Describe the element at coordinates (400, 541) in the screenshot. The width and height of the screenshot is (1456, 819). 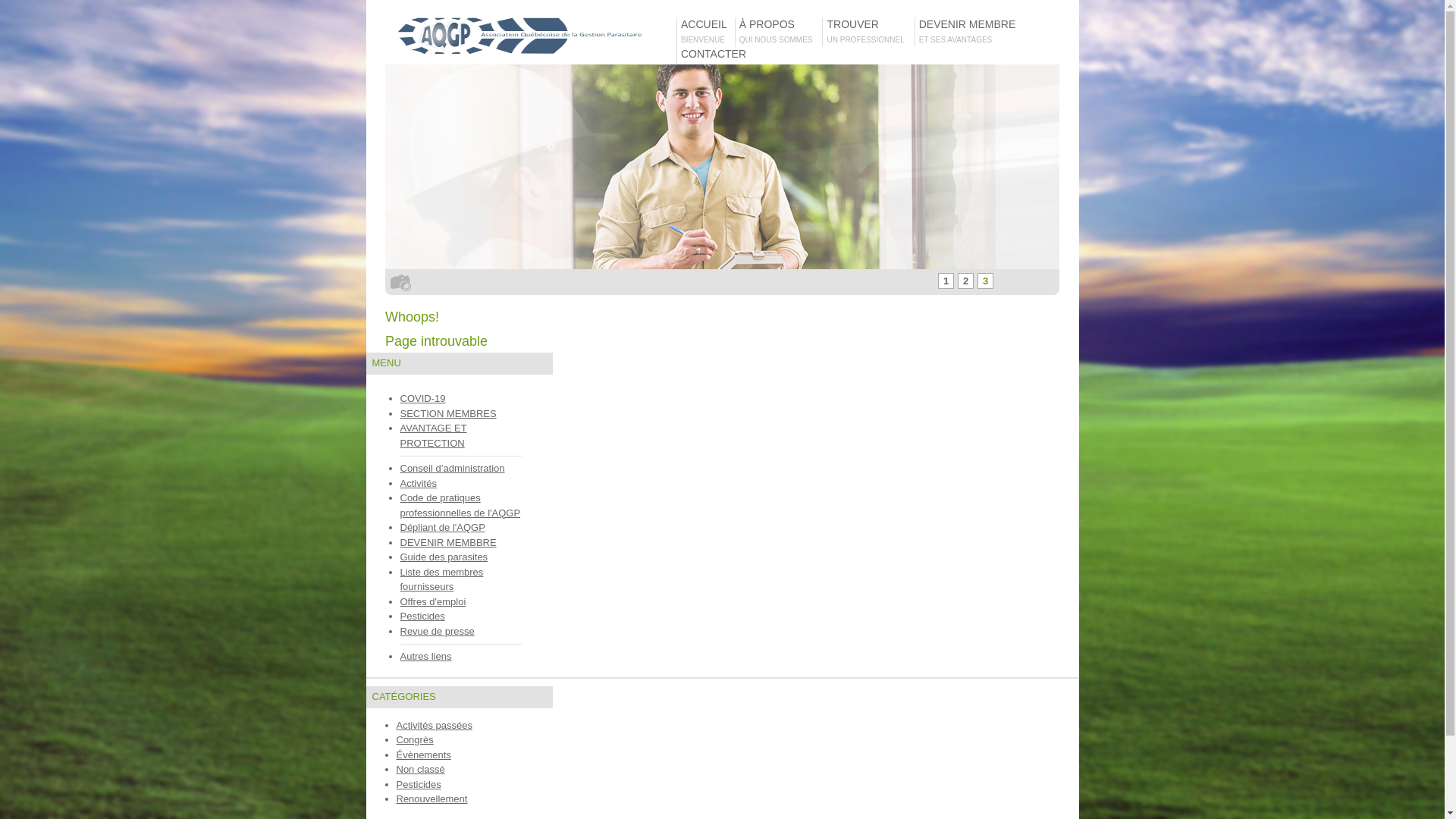
I see `'DEVENIR MEMBBRE'` at that location.